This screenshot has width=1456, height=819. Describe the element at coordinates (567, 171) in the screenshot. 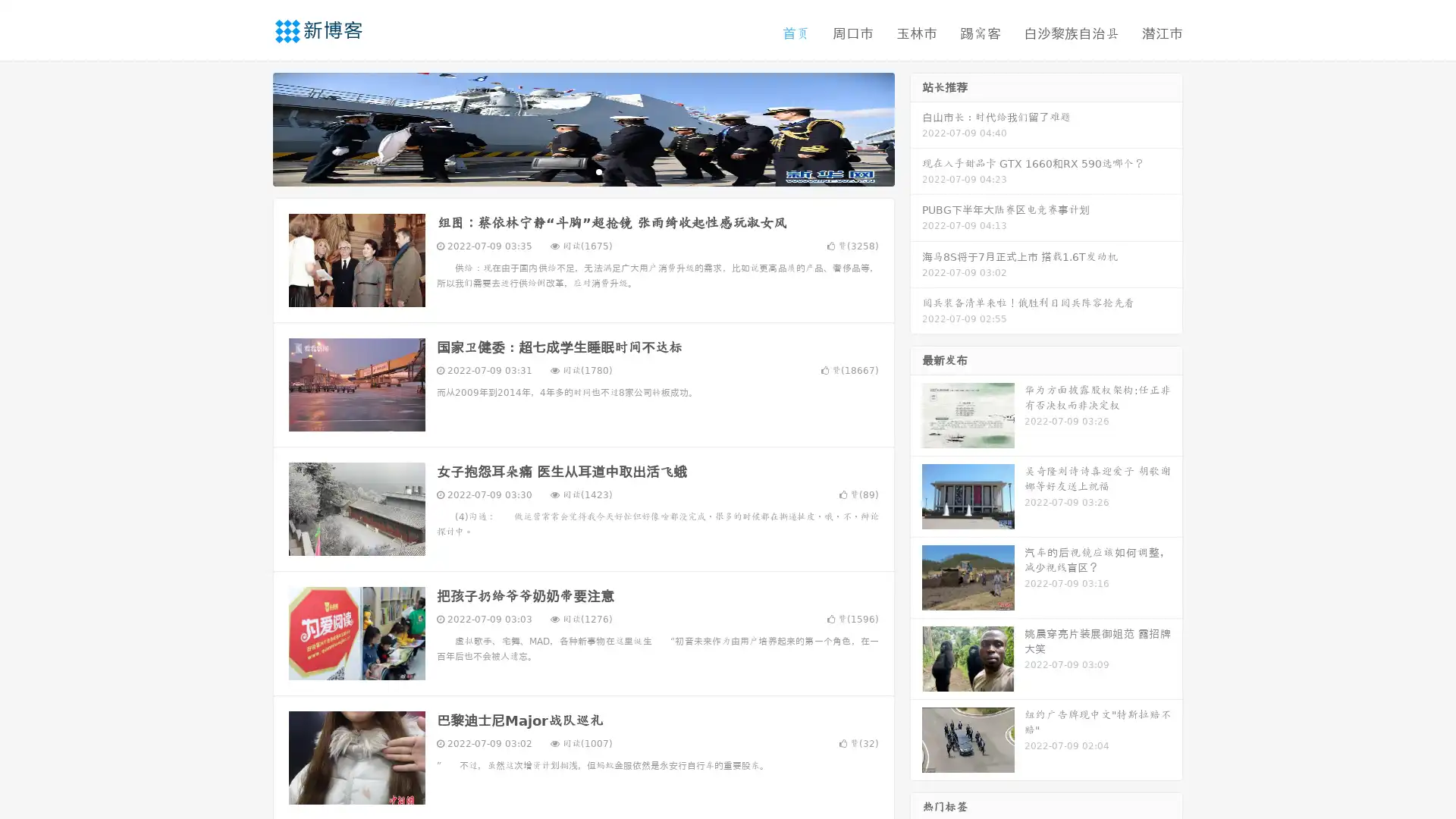

I see `Go to slide 1` at that location.